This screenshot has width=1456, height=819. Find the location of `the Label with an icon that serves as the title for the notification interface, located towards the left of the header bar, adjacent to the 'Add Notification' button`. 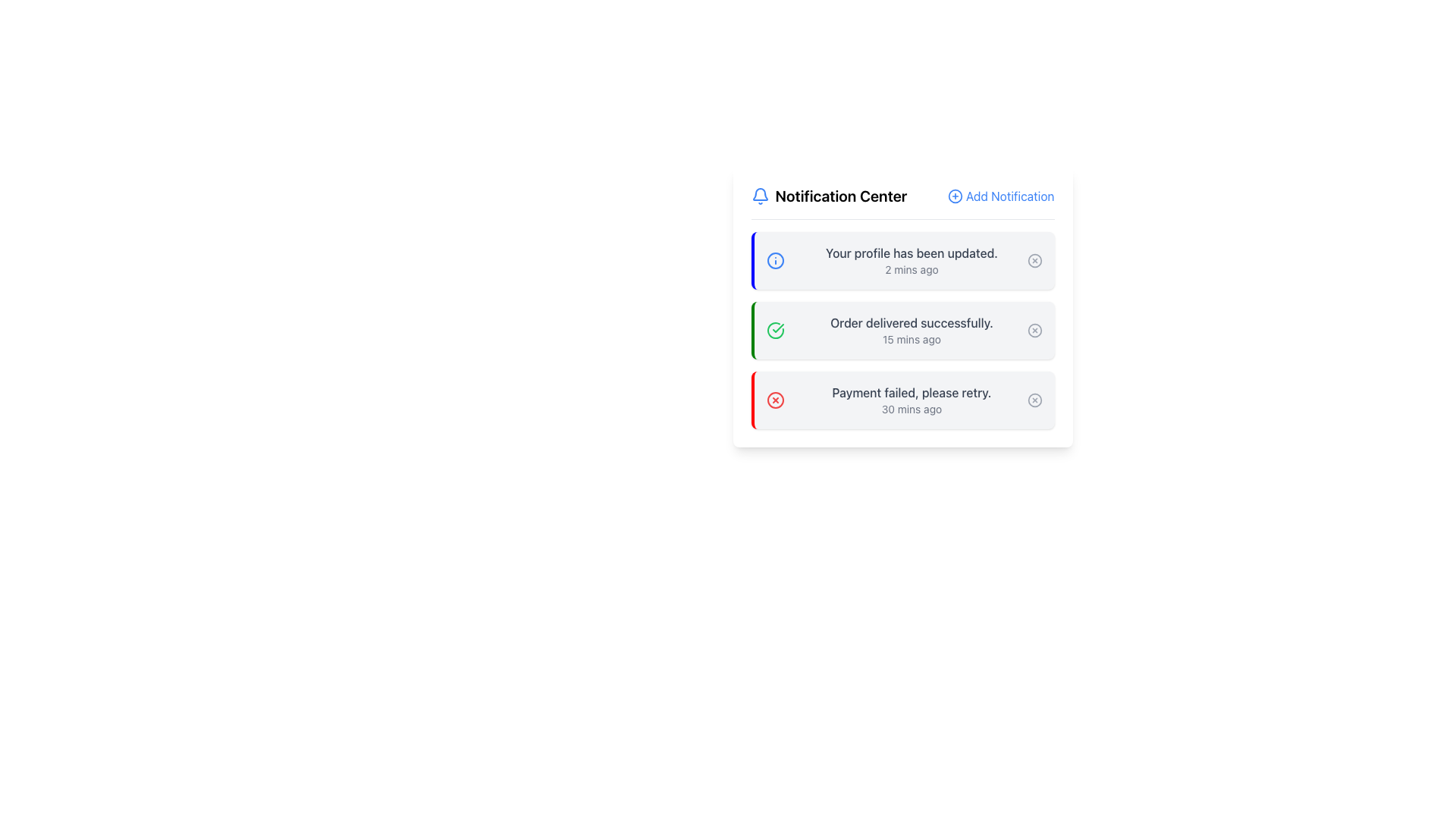

the Label with an icon that serves as the title for the notification interface, located towards the left of the header bar, adjacent to the 'Add Notification' button is located at coordinates (828, 195).